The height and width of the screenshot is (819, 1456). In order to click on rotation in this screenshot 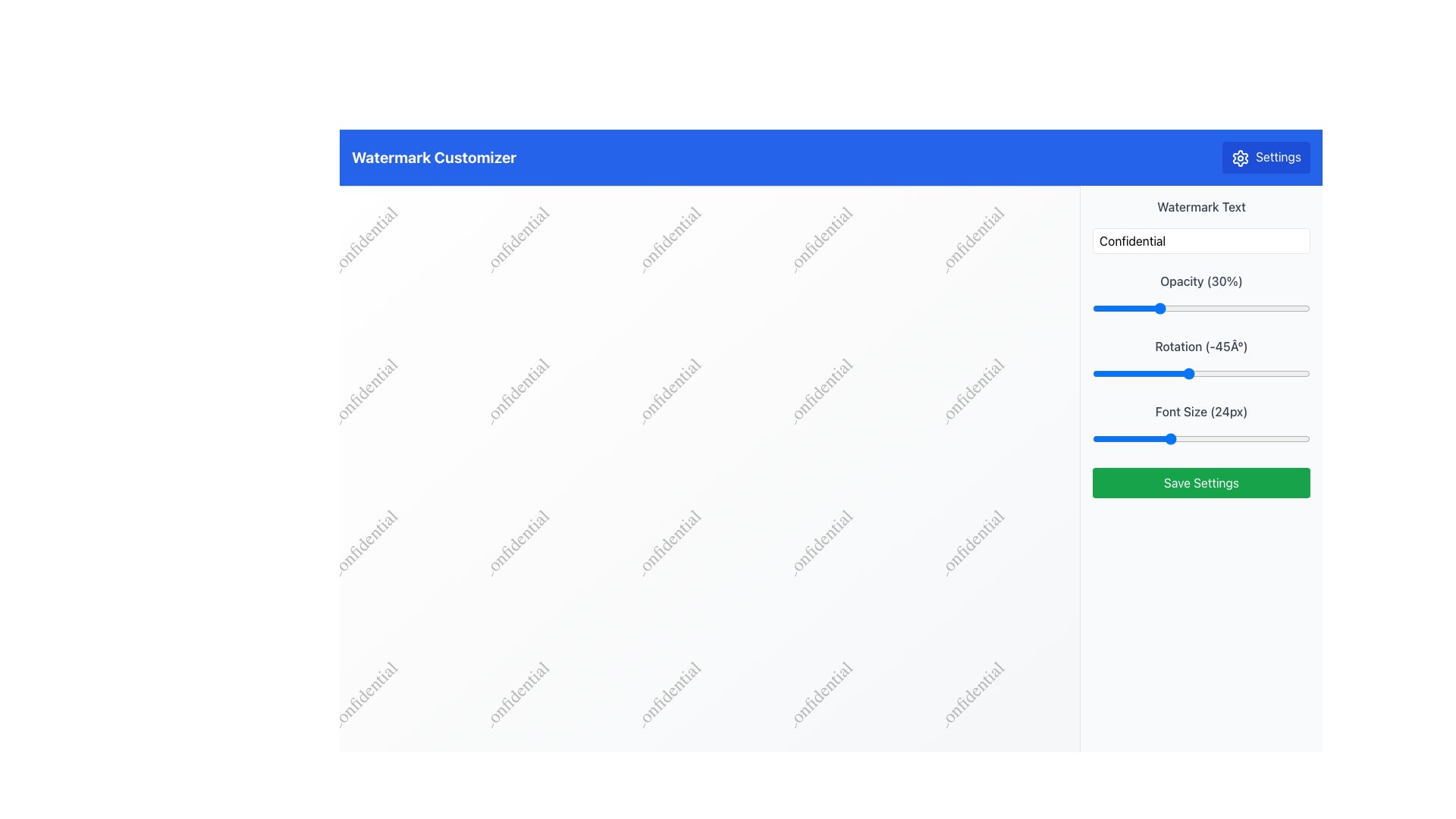, I will do `click(1309, 373)`.